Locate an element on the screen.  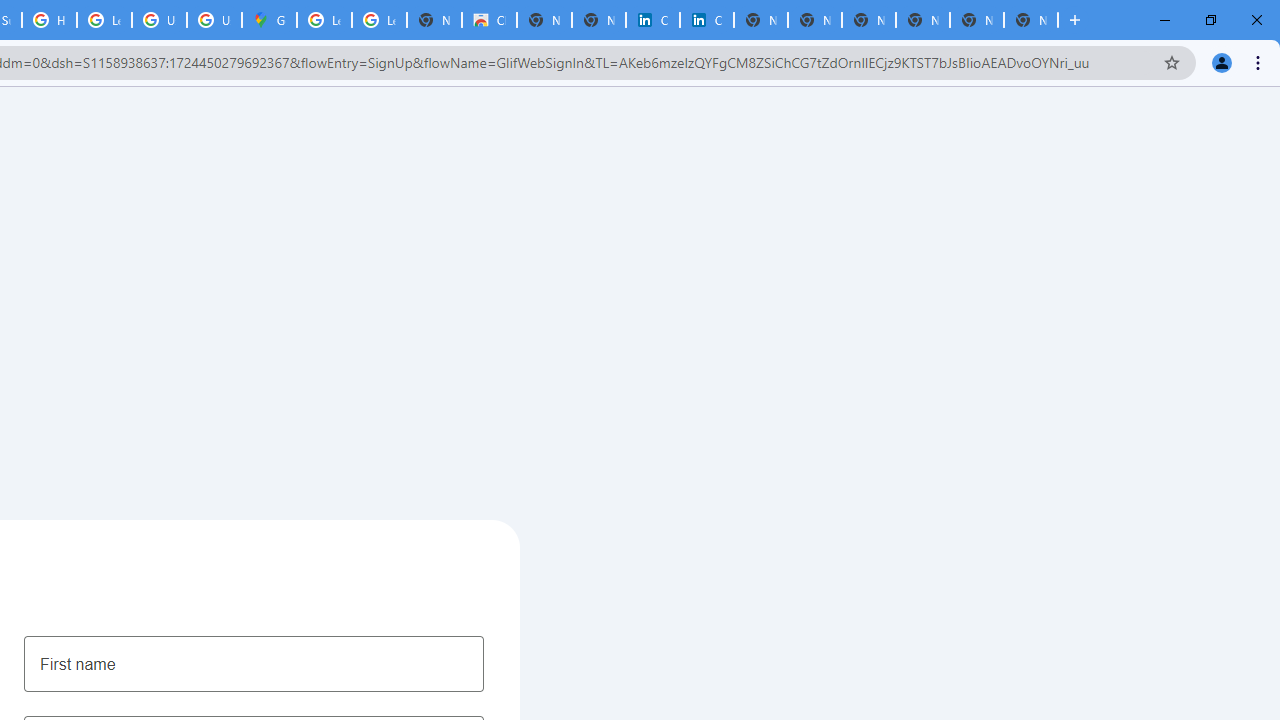
'Cookie Policy | LinkedIn' is located at coordinates (706, 20).